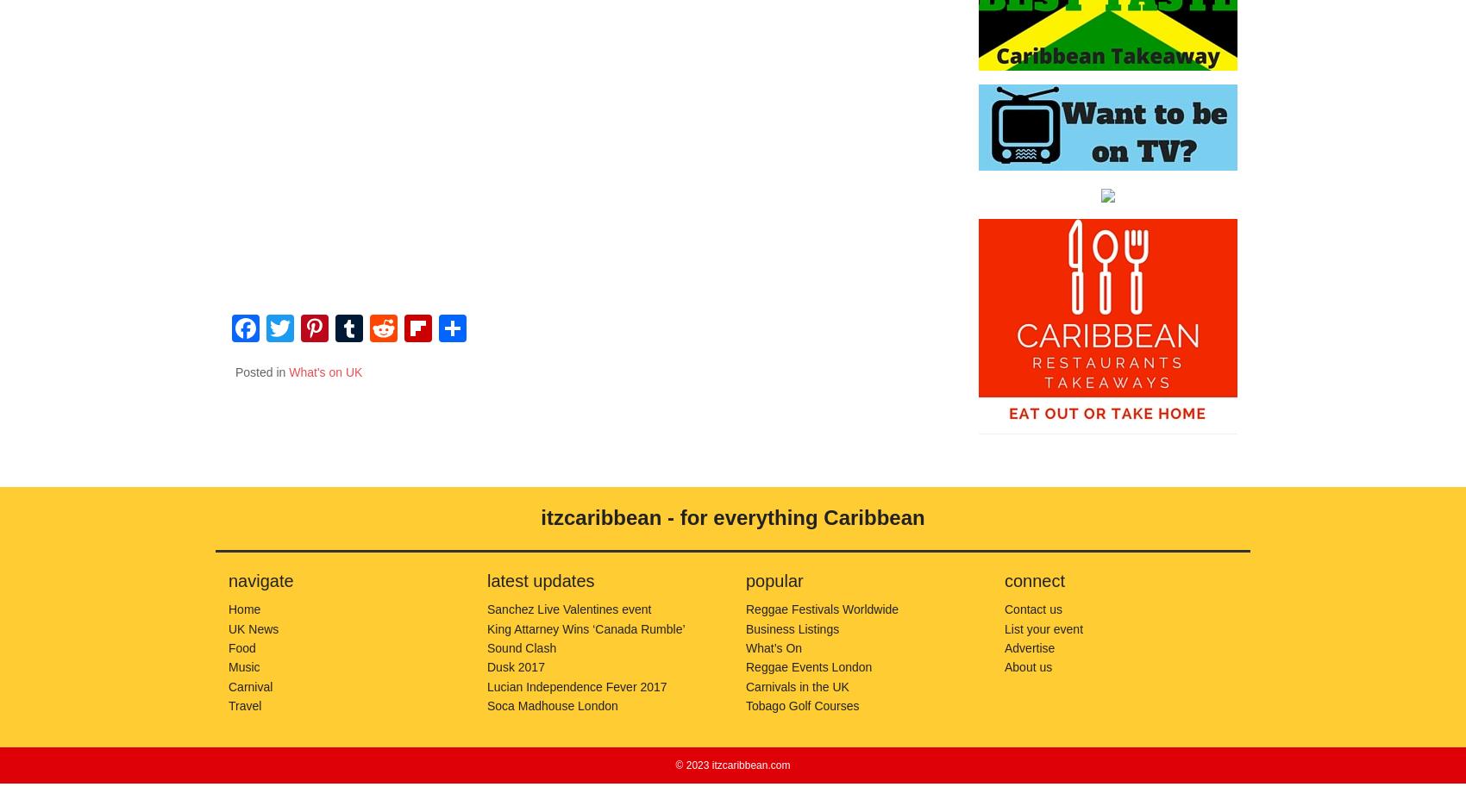  I want to click on 'Food', so click(241, 646).